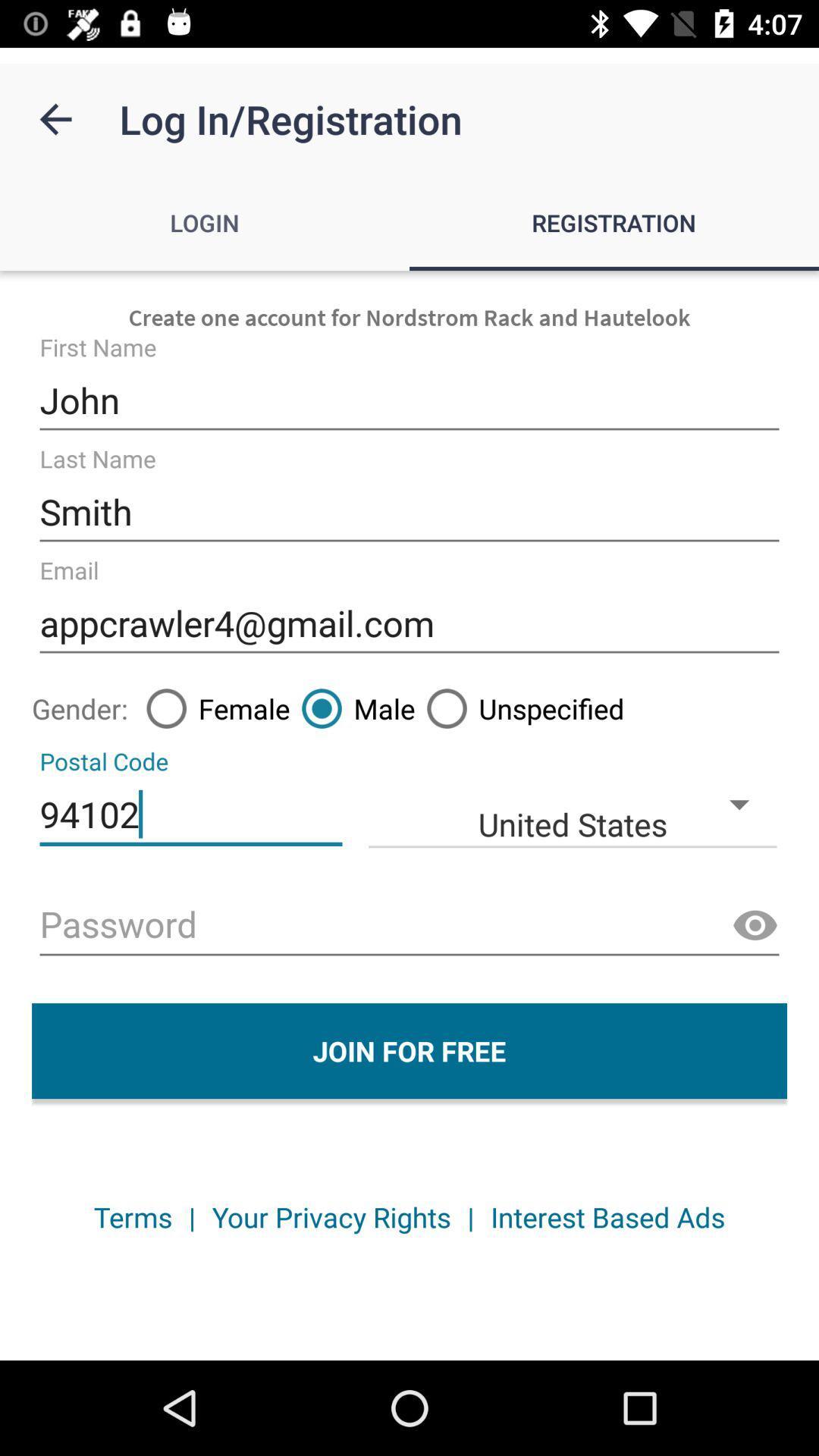 This screenshot has height=1456, width=819. I want to click on password, so click(755, 925).